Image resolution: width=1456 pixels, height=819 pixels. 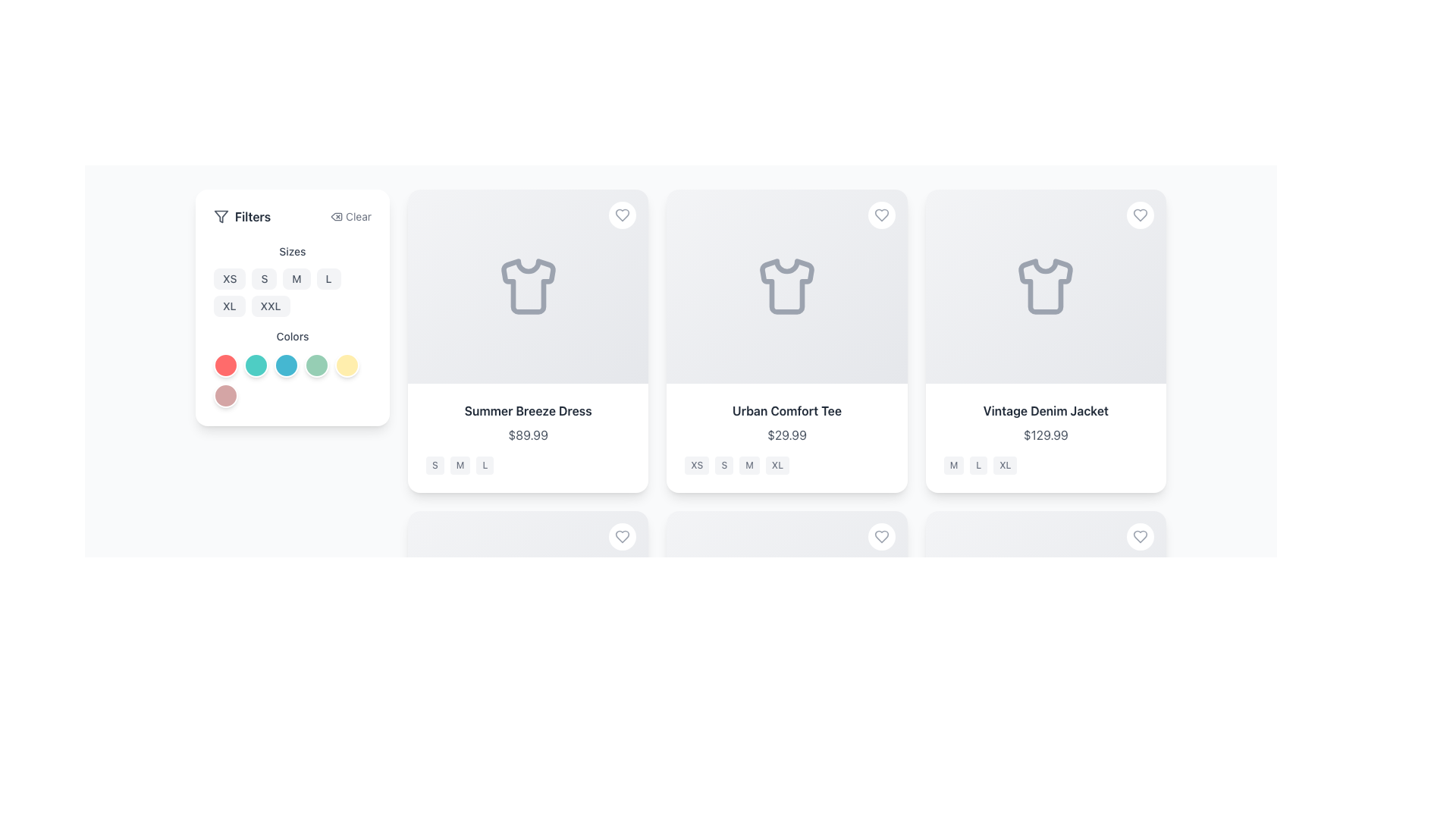 I want to click on the heart-shaped icon located in the top-right corner of the second card representing the 'Urban Comfort Tee', so click(x=881, y=215).